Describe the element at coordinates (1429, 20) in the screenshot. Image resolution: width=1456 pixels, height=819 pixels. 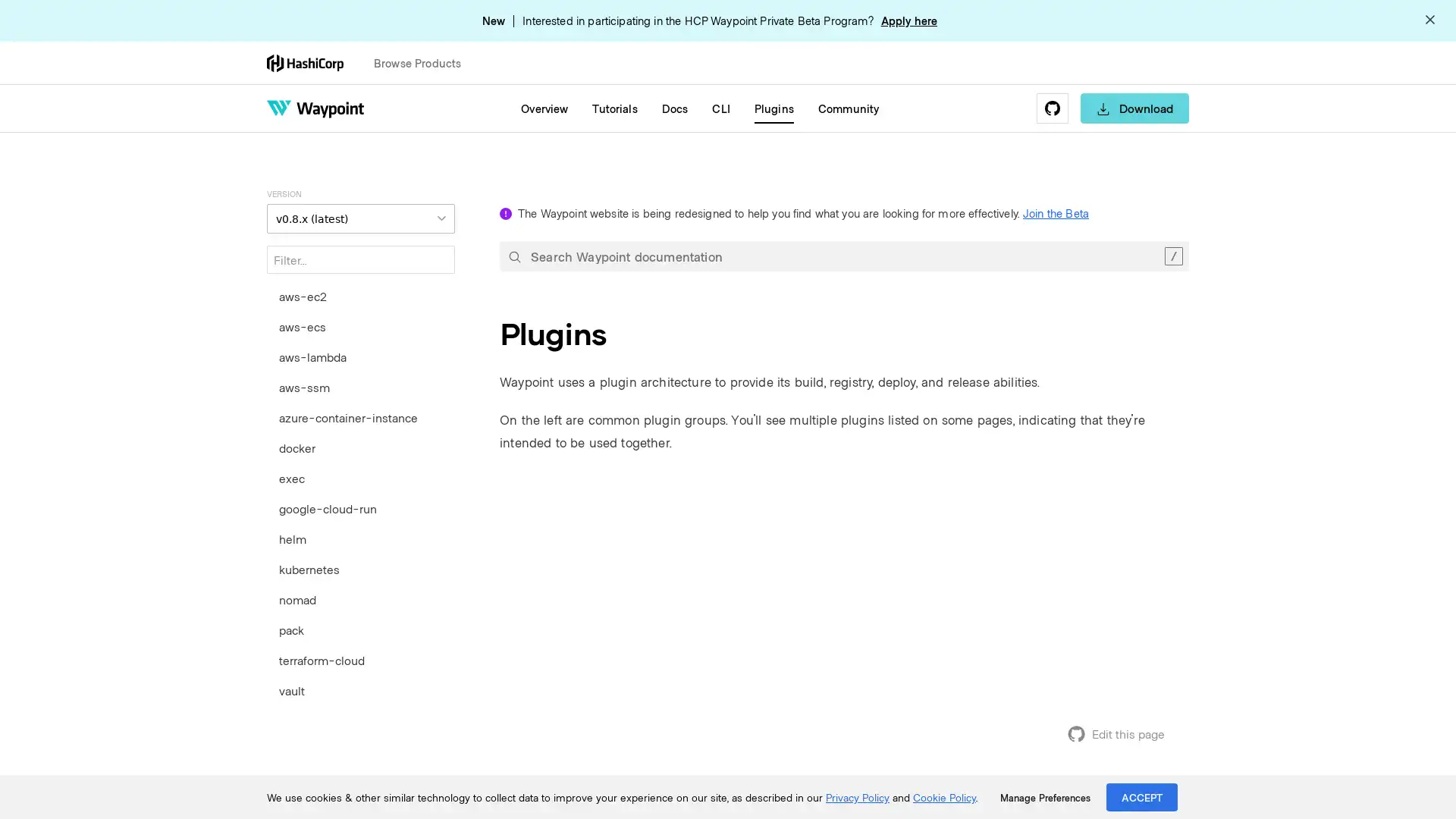
I see `Dismiss alert` at that location.